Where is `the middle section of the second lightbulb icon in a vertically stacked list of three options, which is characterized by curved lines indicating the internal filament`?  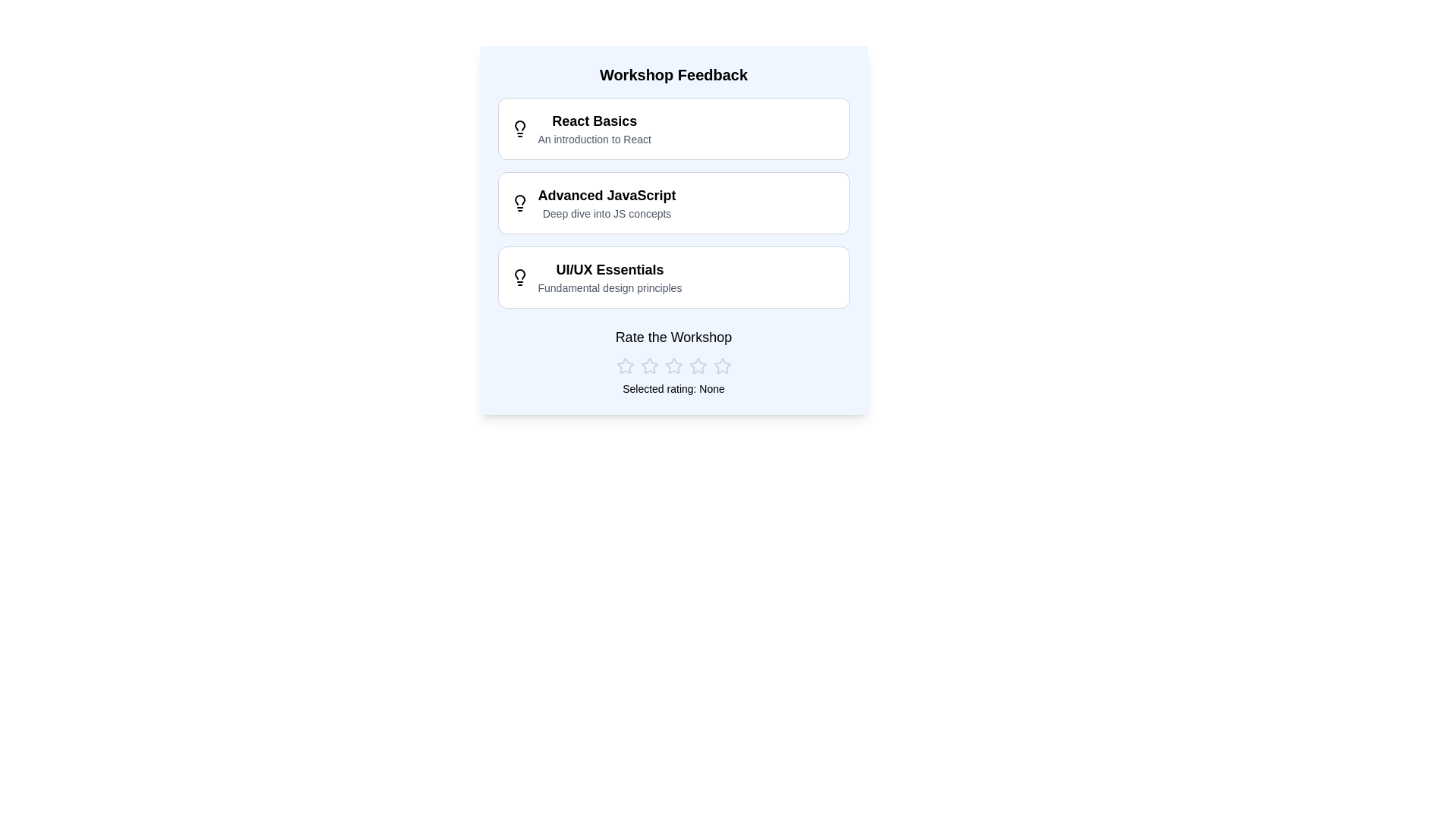 the middle section of the second lightbulb icon in a vertically stacked list of three options, which is characterized by curved lines indicating the internal filament is located at coordinates (519, 199).